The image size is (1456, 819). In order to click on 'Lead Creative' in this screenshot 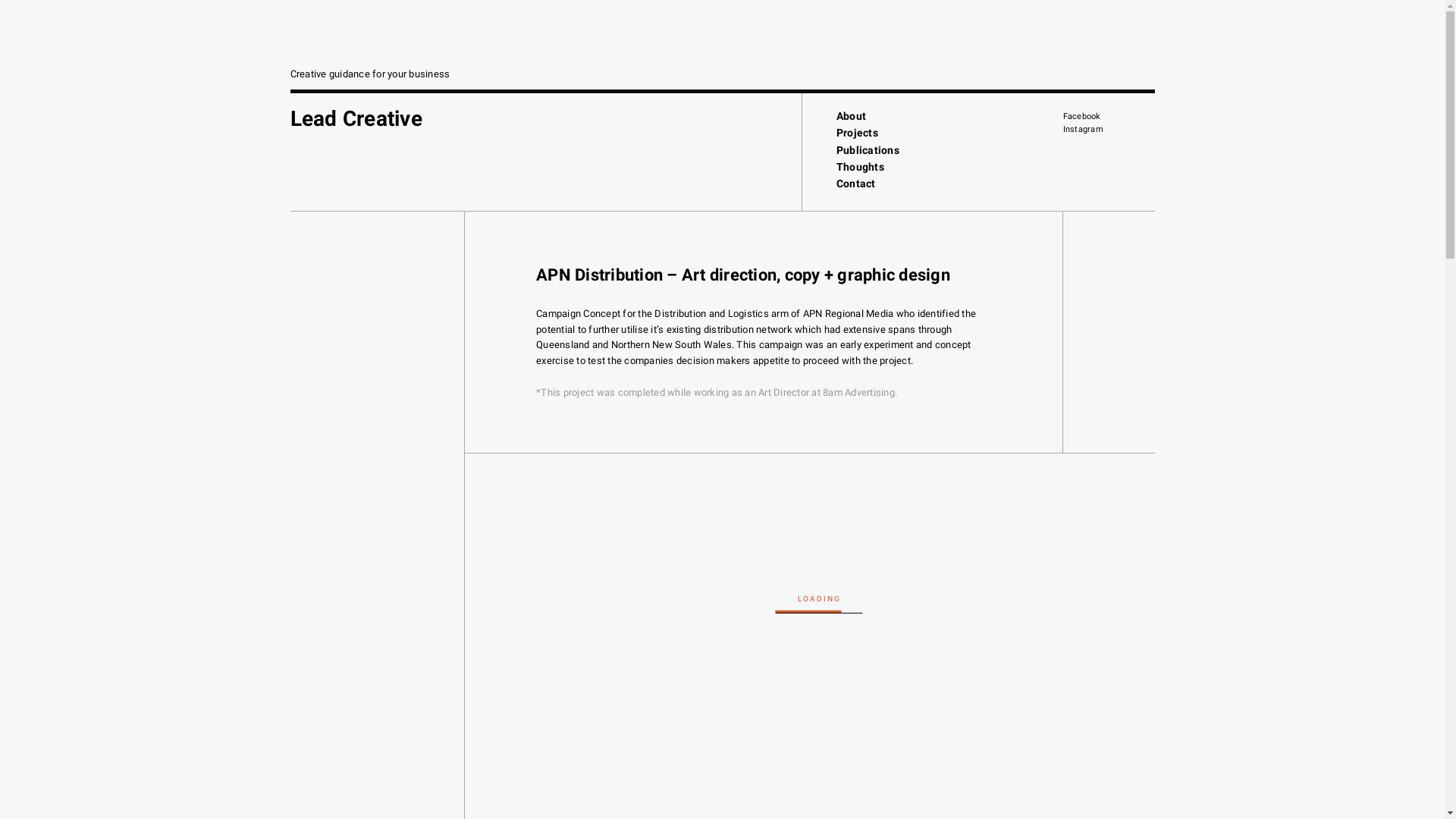, I will do `click(355, 118)`.